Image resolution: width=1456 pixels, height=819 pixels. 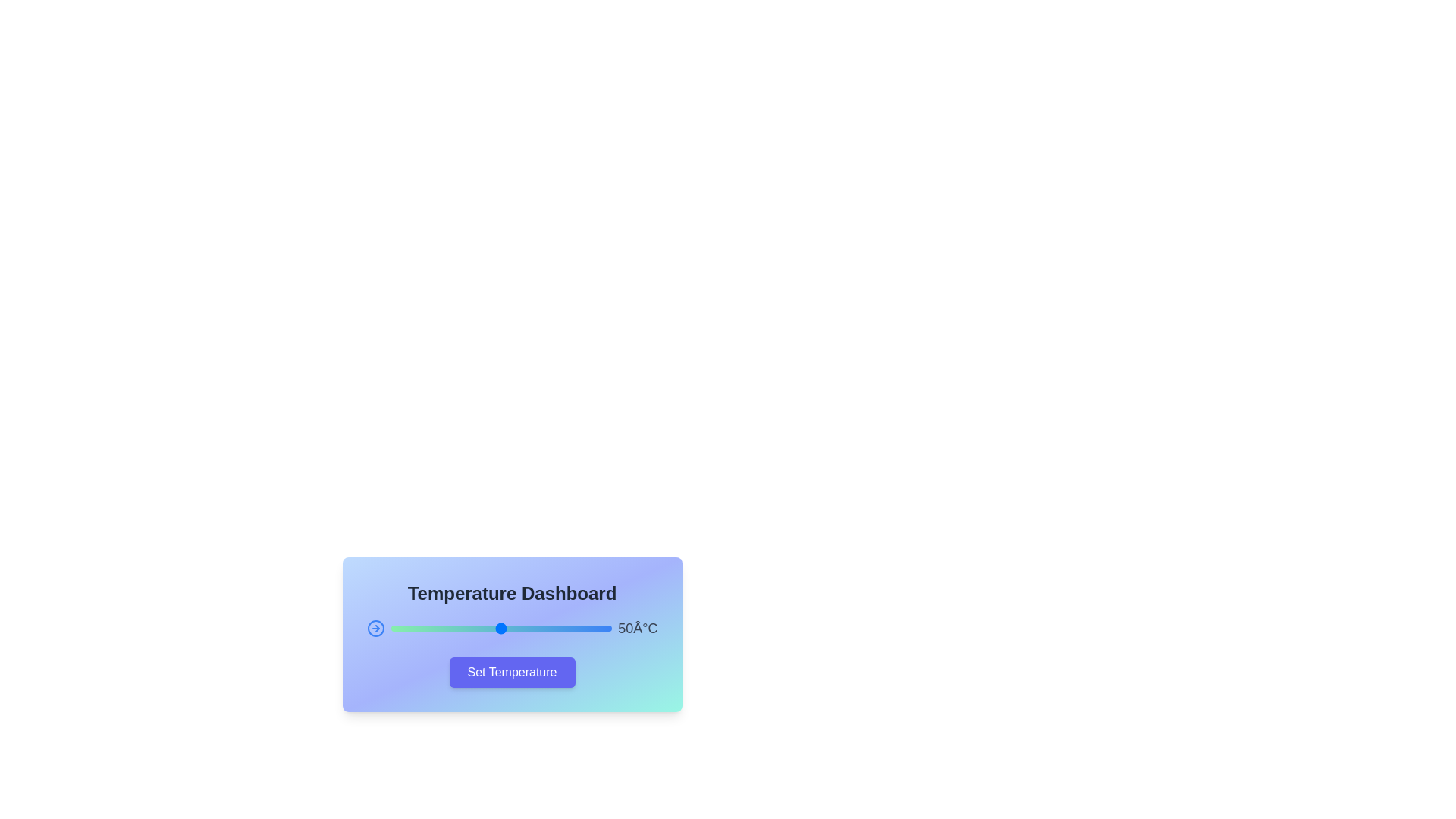 I want to click on the slider to set the temperature to 13°C, so click(x=419, y=629).